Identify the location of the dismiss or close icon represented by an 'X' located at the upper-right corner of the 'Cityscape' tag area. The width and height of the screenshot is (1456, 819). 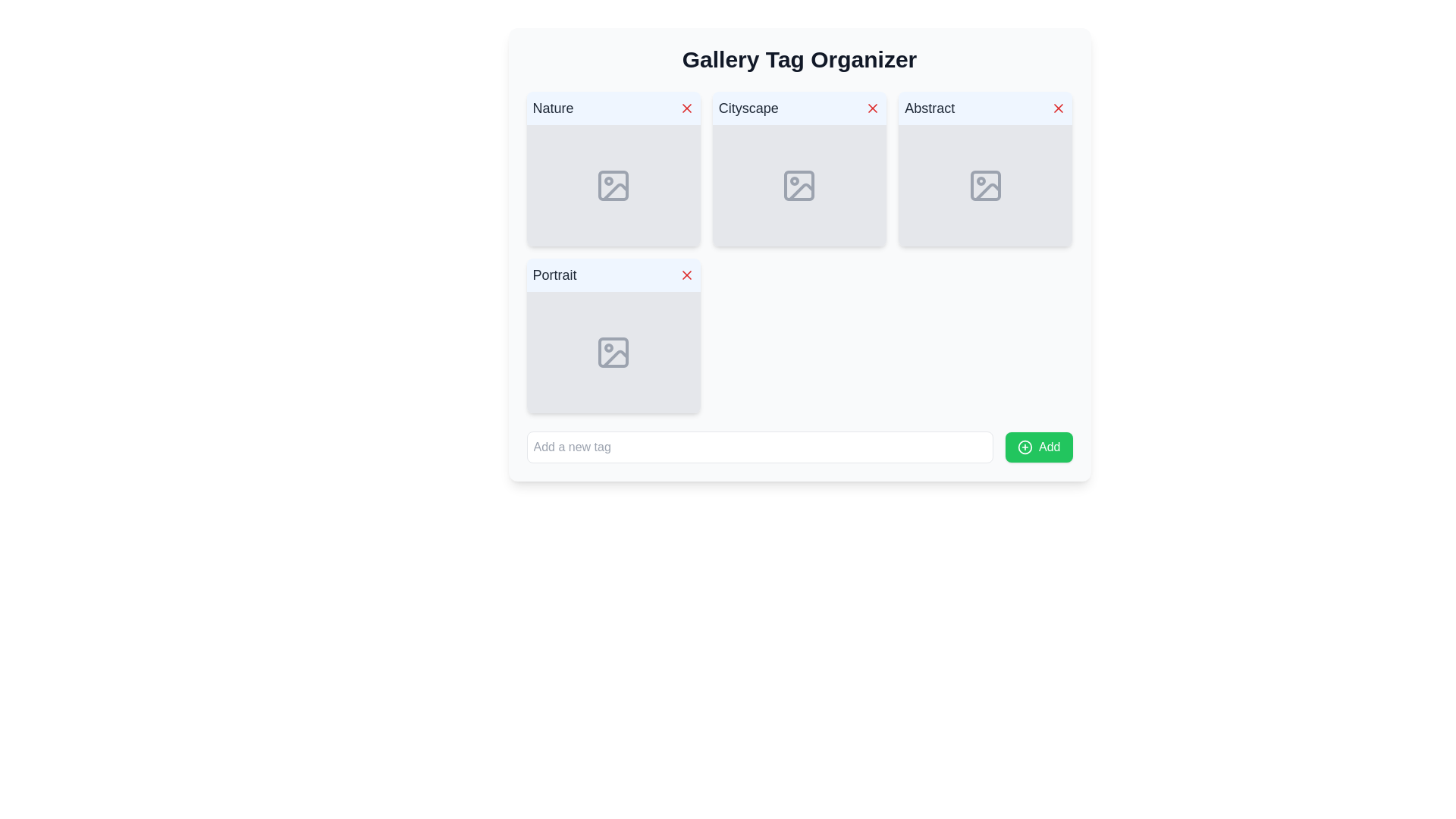
(873, 107).